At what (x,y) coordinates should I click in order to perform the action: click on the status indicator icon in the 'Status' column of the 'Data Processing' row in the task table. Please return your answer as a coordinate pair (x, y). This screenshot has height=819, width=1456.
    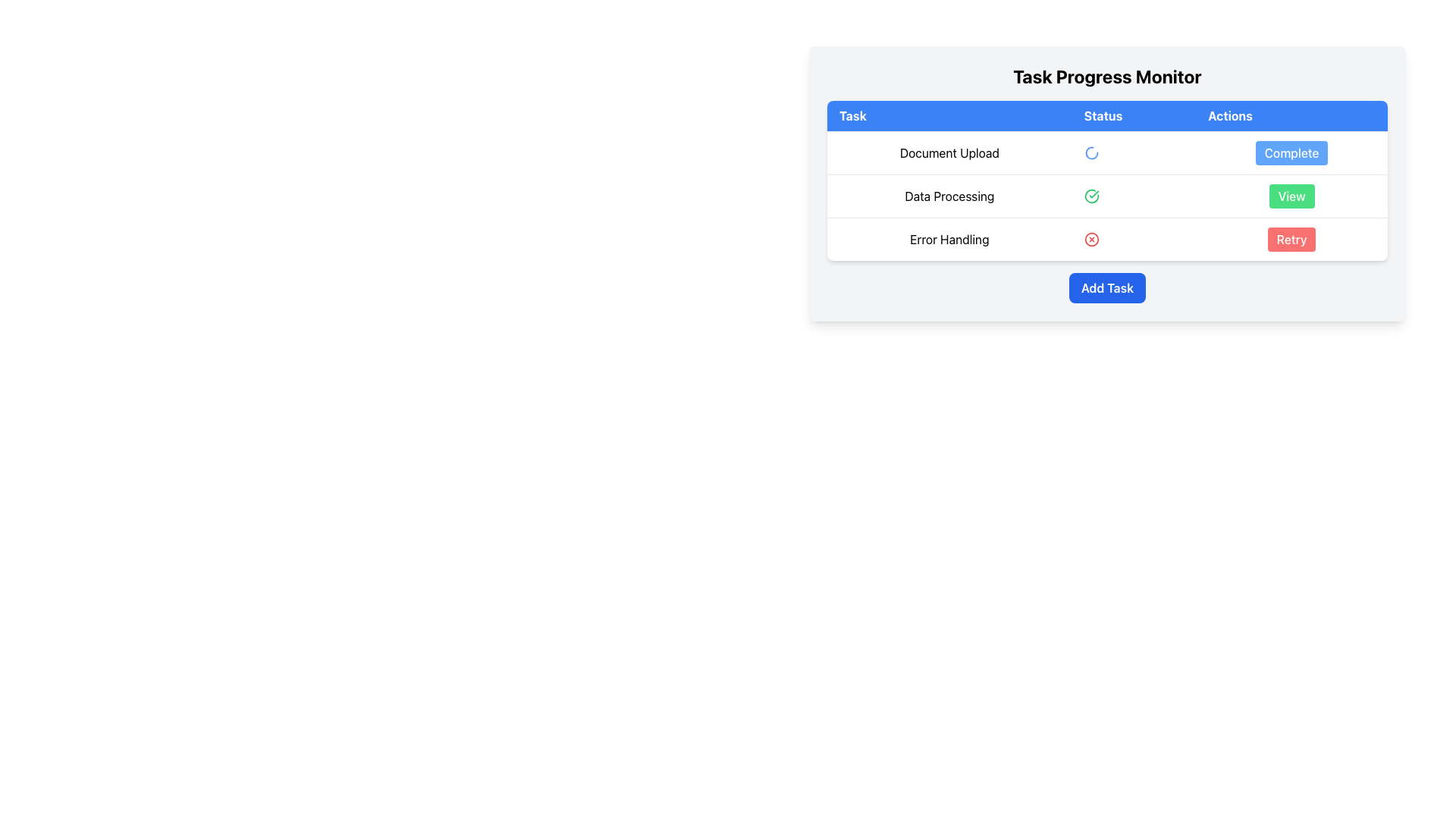
    Looking at the image, I should click on (1090, 195).